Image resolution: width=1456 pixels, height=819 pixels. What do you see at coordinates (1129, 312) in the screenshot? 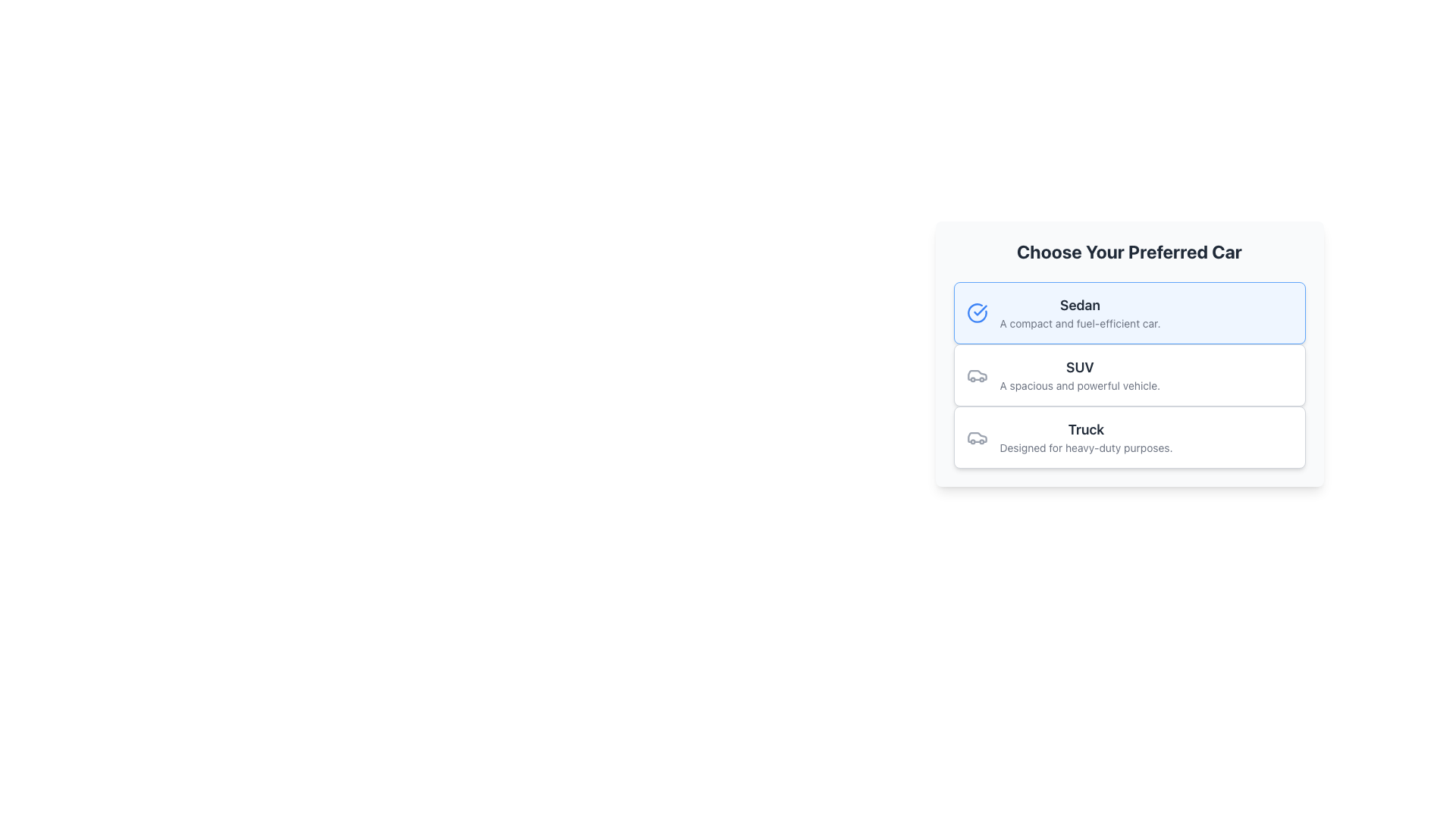
I see `the first interactive card representing the 'Sedan' car option in the list of car selections` at bounding box center [1129, 312].